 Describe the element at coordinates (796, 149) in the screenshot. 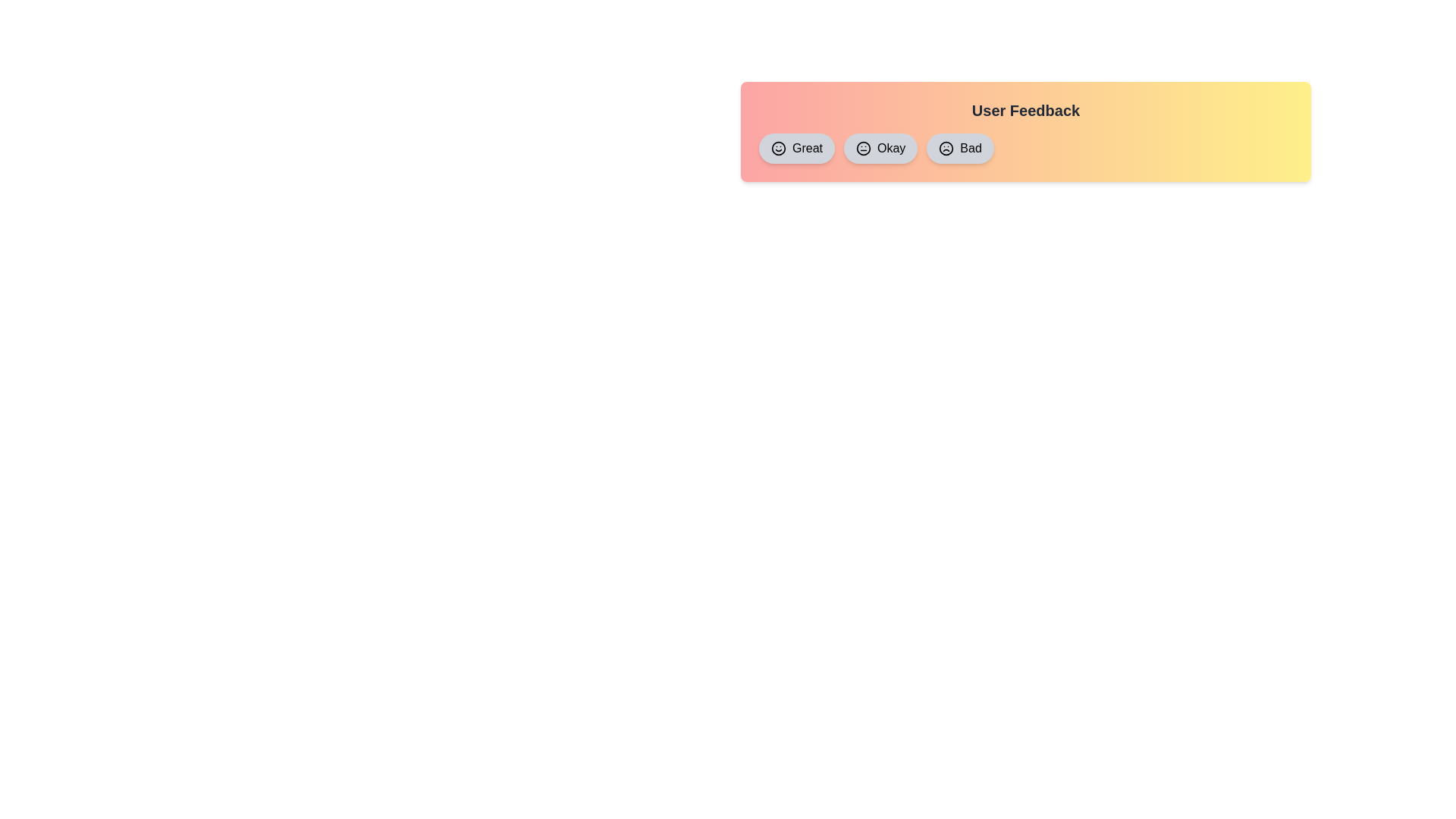

I see `the 'Great' feedback chip to toggle its selection` at that location.